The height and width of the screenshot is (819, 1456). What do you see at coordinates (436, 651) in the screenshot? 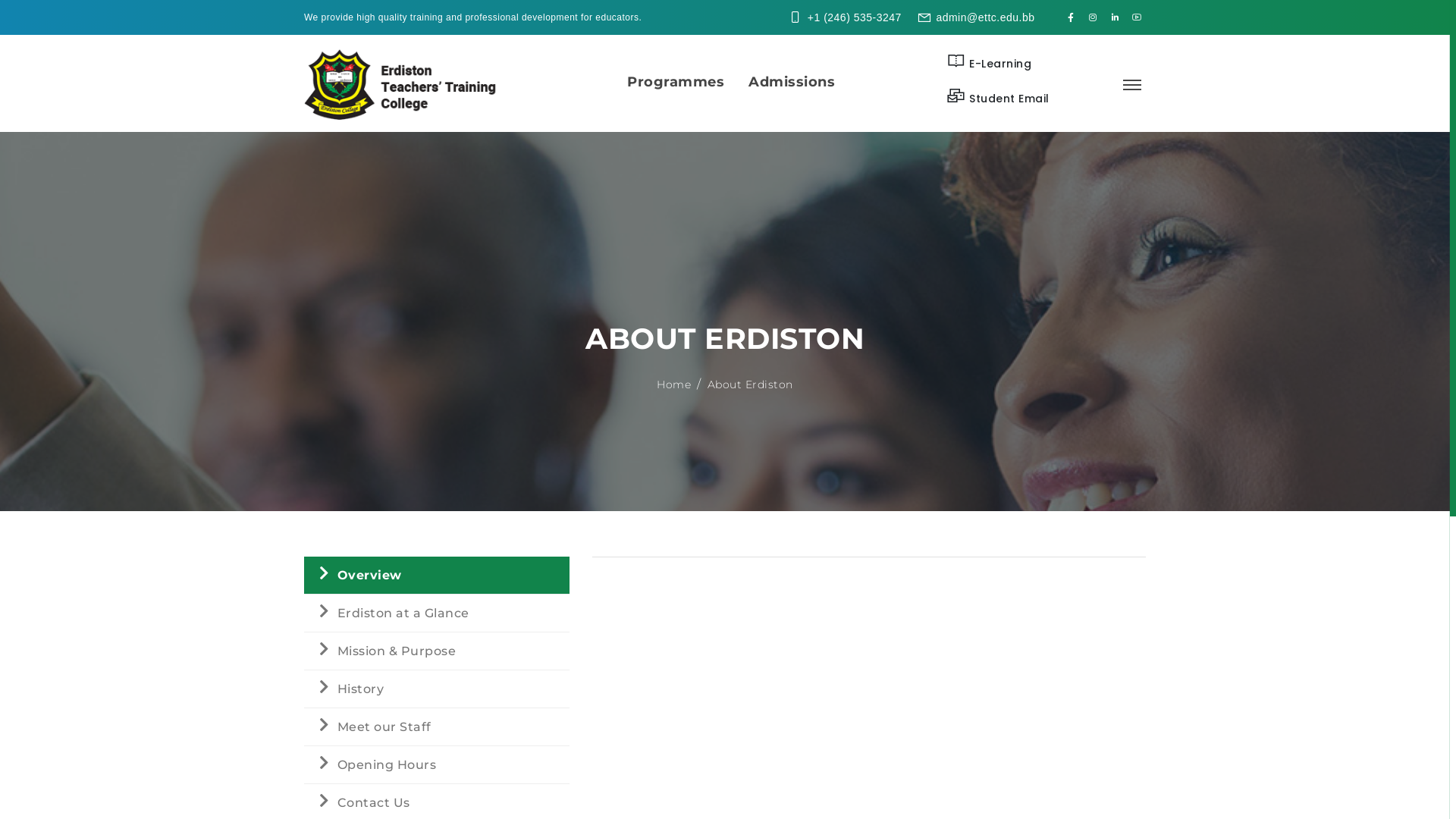
I see `'Mission & Purpose'` at bounding box center [436, 651].